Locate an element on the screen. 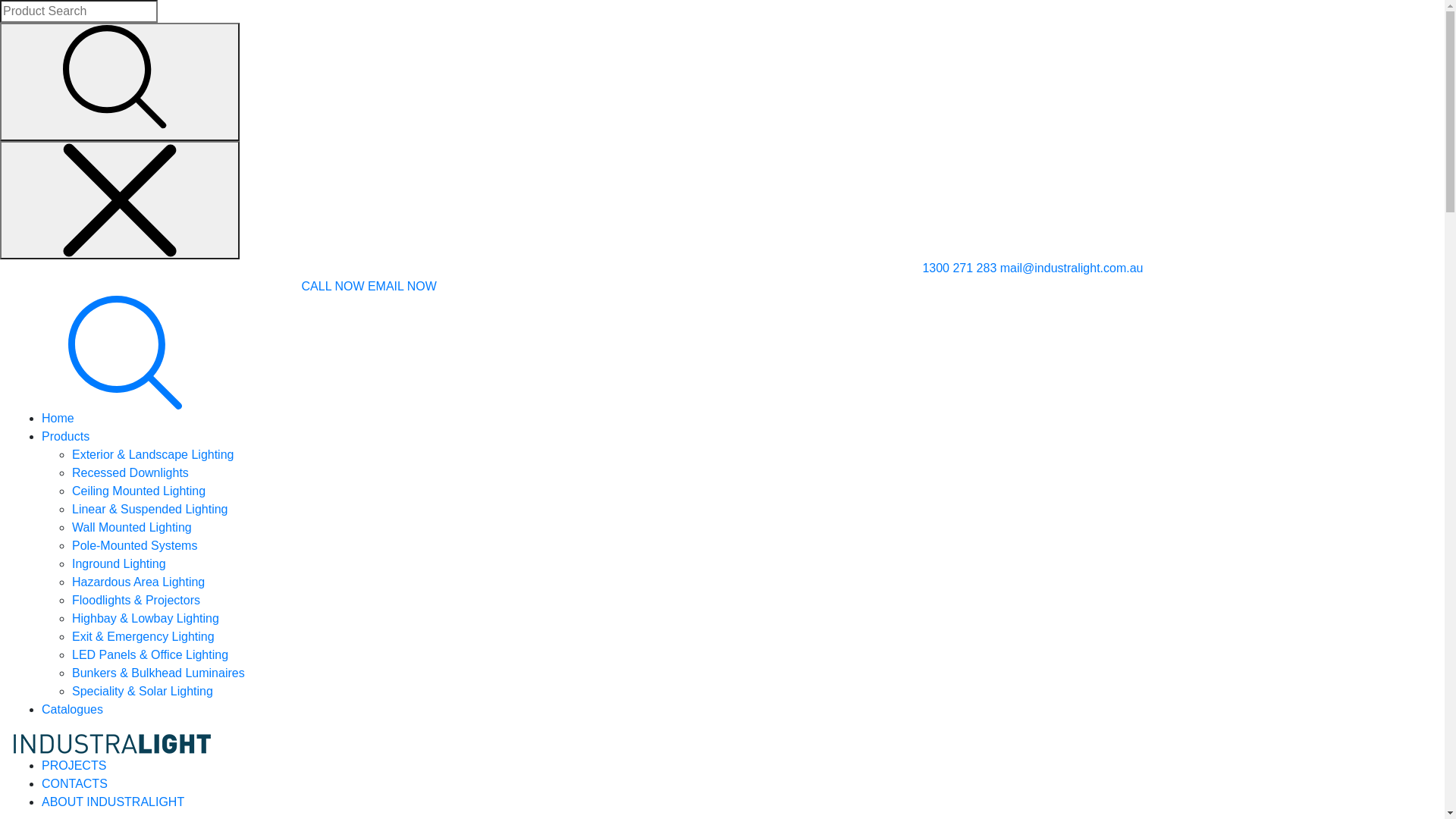  'PROJECTS' is located at coordinates (73, 765).